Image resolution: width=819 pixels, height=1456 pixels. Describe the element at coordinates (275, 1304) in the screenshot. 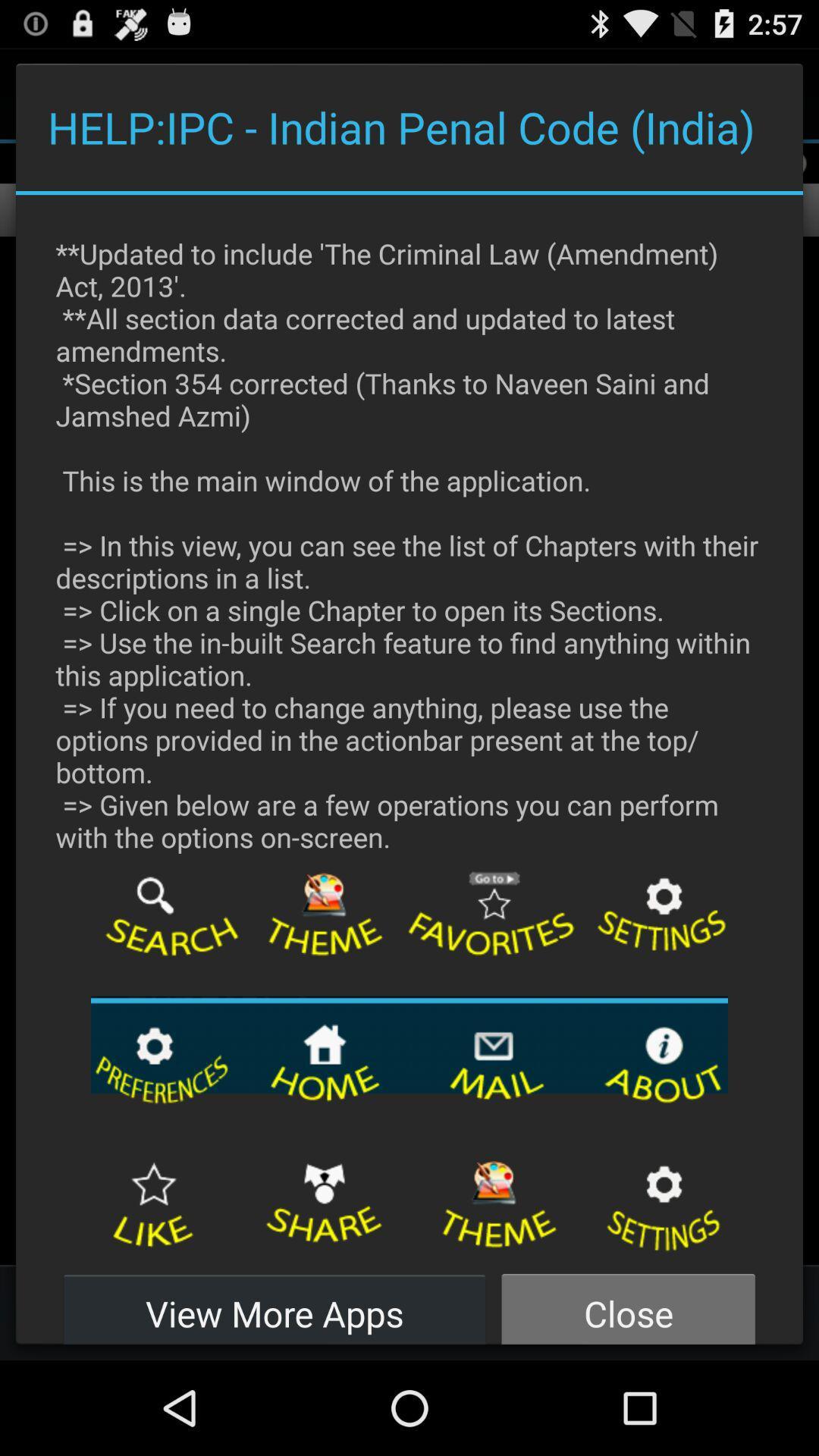

I see `the view more apps item` at that location.